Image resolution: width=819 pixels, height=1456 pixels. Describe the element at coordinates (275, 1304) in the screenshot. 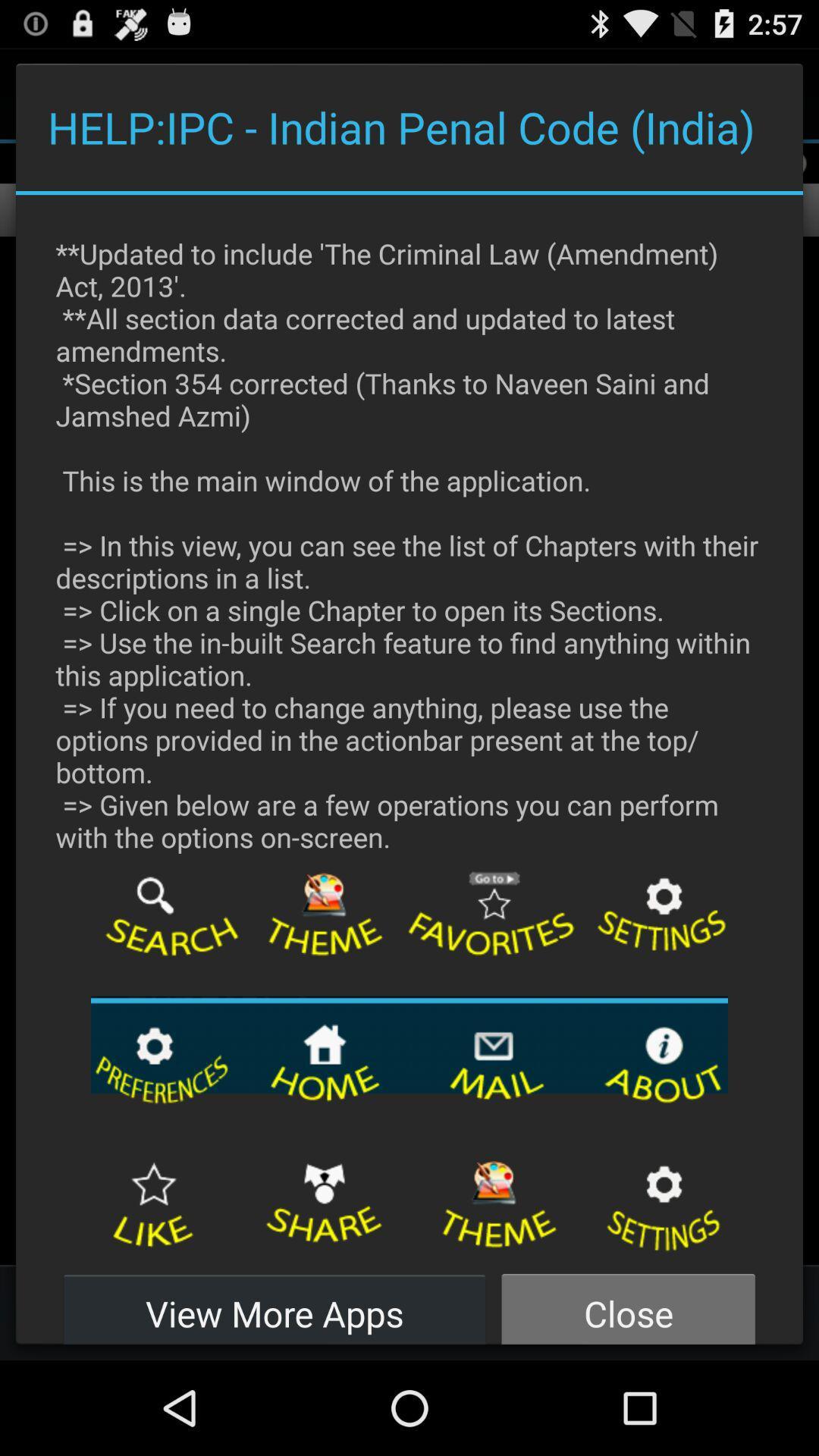

I see `the view more apps item` at that location.